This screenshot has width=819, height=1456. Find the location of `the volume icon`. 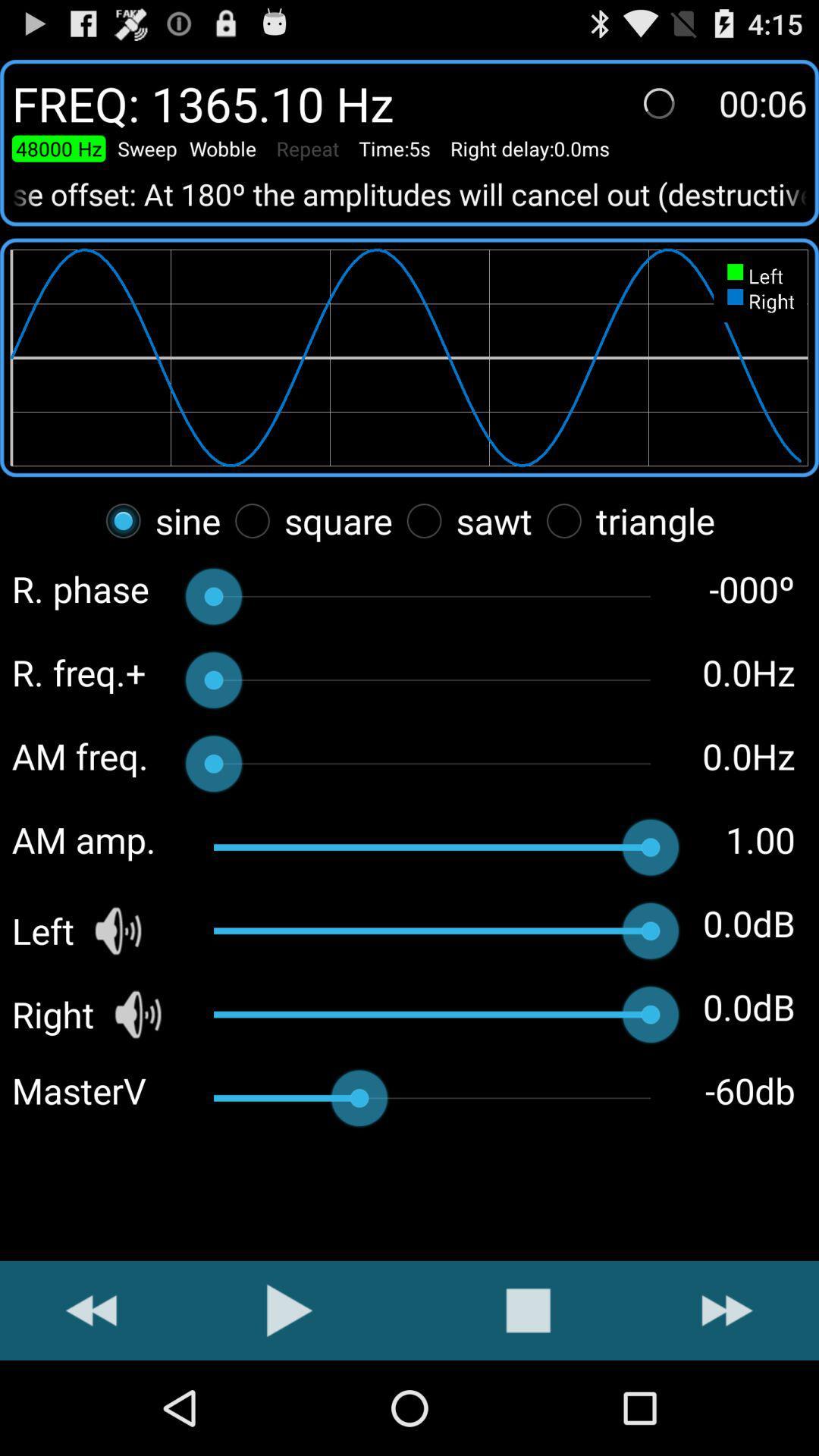

the volume icon is located at coordinates (117, 996).